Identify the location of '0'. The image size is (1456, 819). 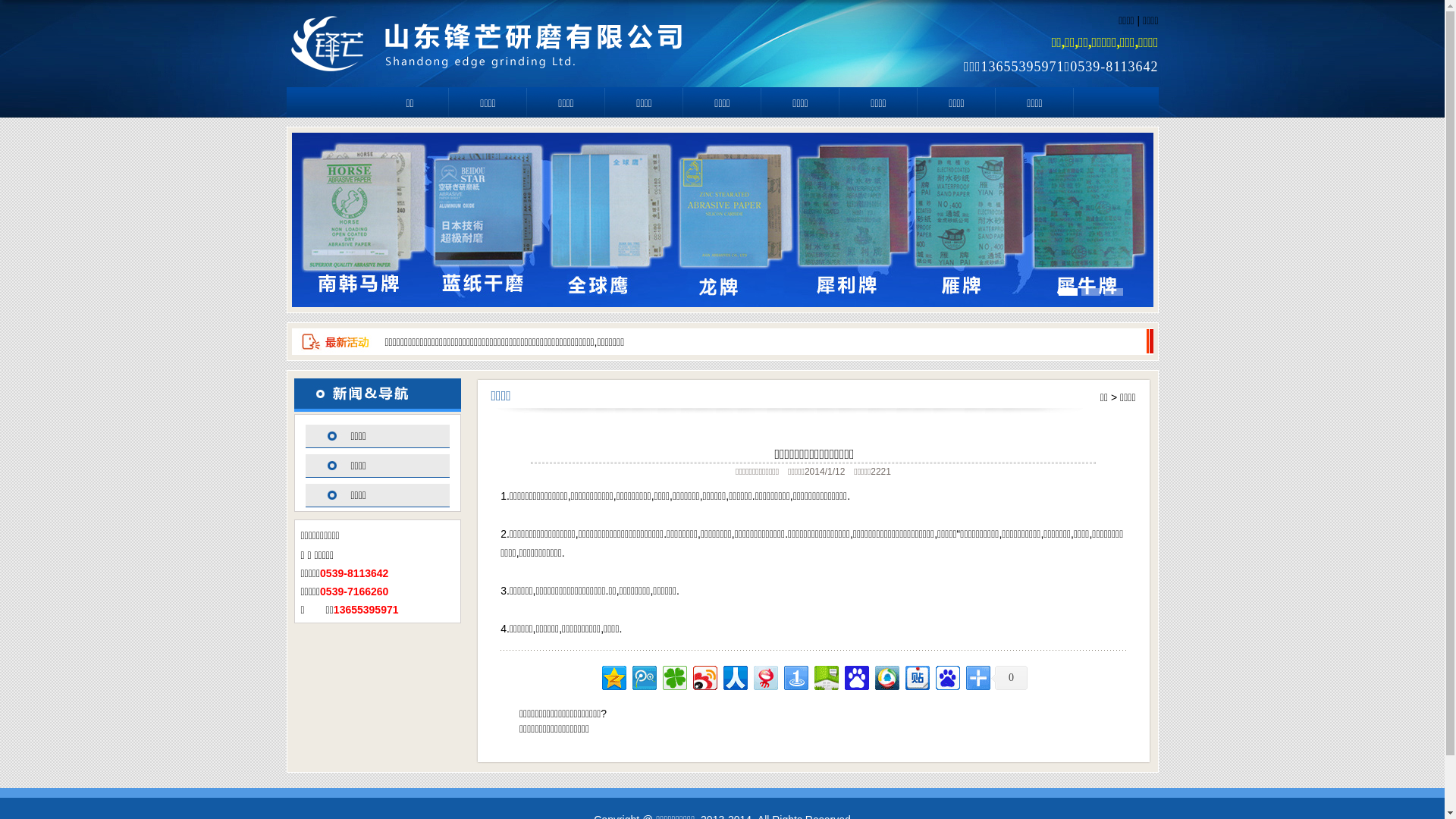
(1009, 677).